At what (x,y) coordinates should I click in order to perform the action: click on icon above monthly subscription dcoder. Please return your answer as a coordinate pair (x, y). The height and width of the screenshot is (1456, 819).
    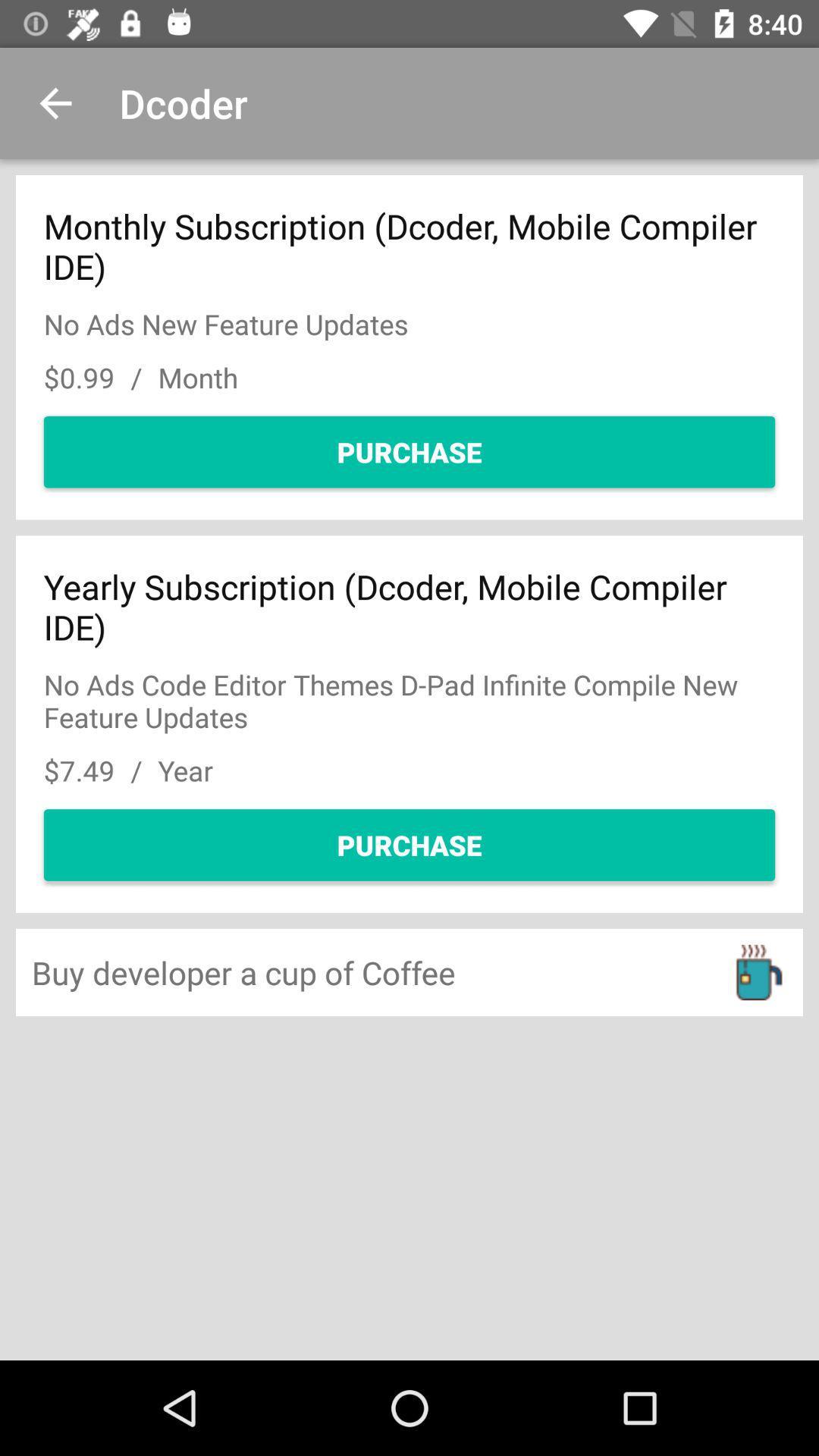
    Looking at the image, I should click on (55, 102).